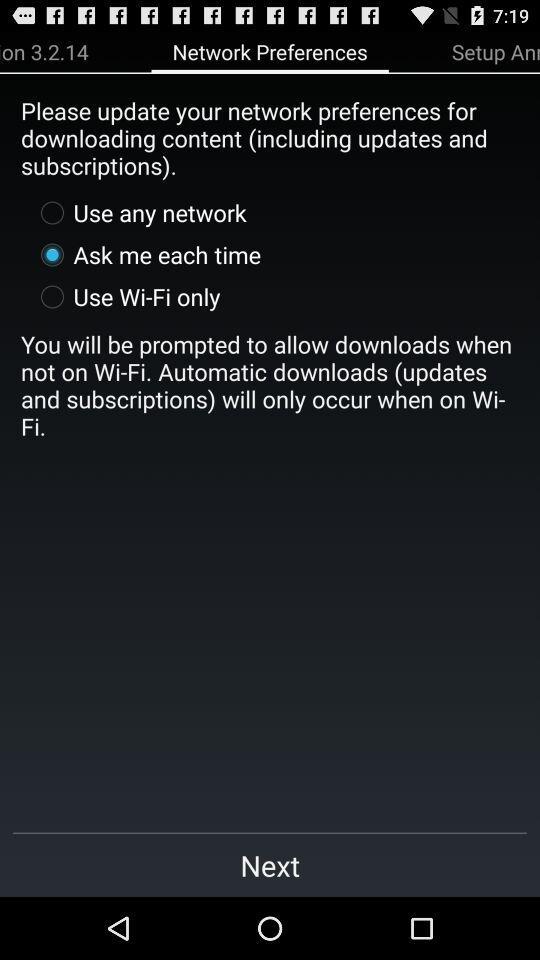 The height and width of the screenshot is (960, 540). I want to click on app above please update your icon, so click(44, 50).